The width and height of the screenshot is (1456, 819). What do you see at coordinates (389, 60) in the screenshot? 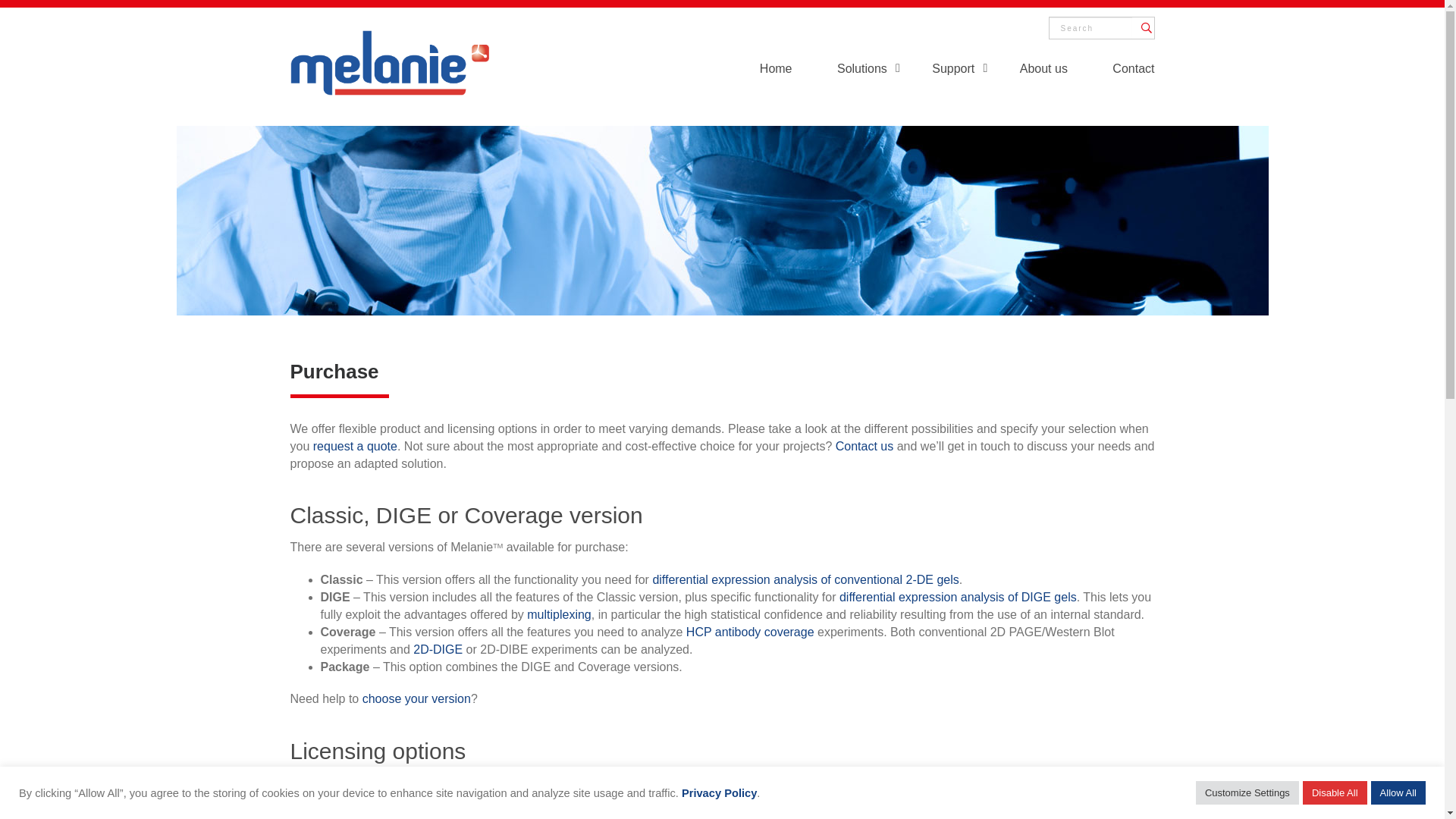
I see `'Melanie'` at bounding box center [389, 60].